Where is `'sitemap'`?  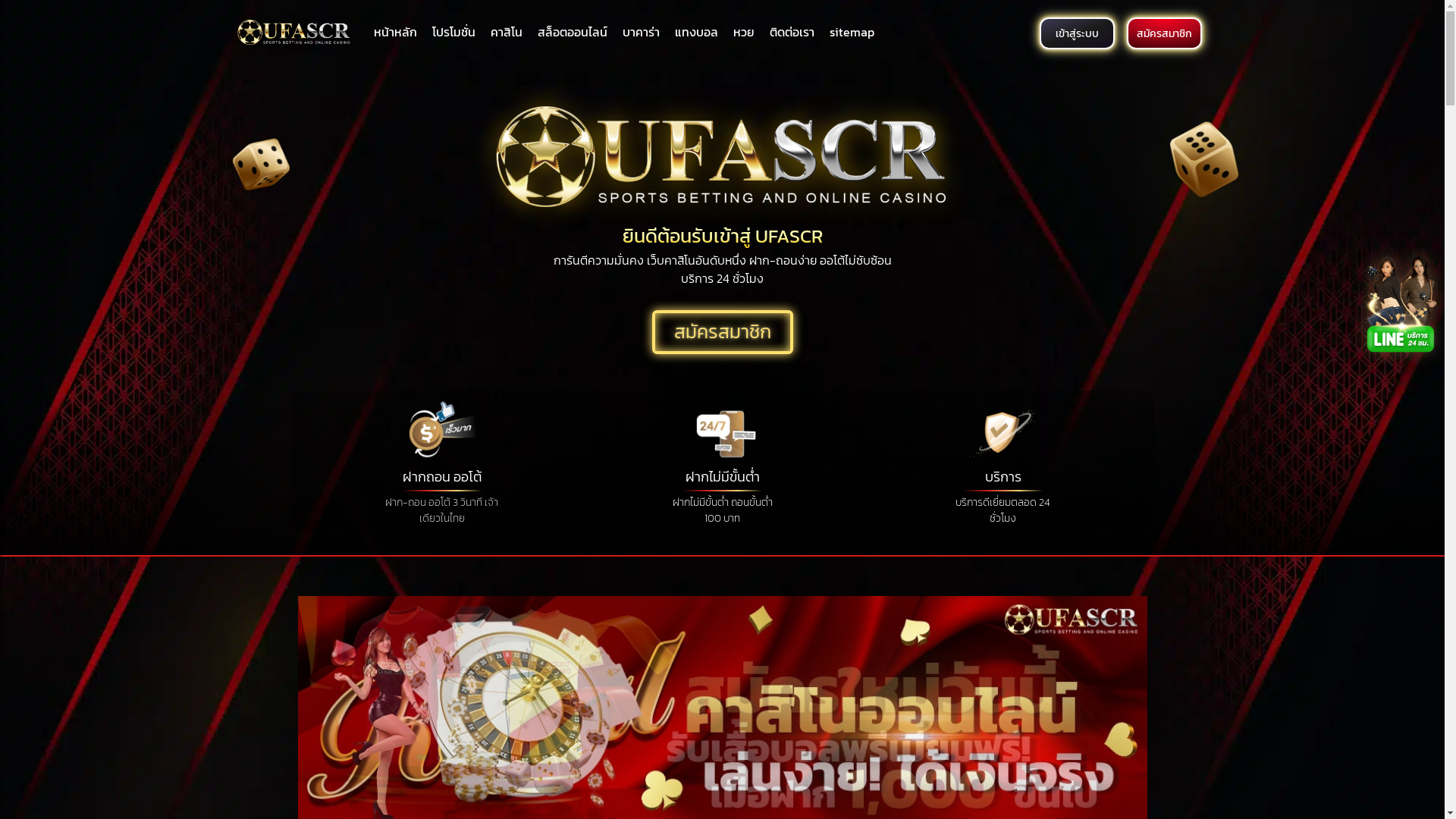
'sitemap' is located at coordinates (852, 32).